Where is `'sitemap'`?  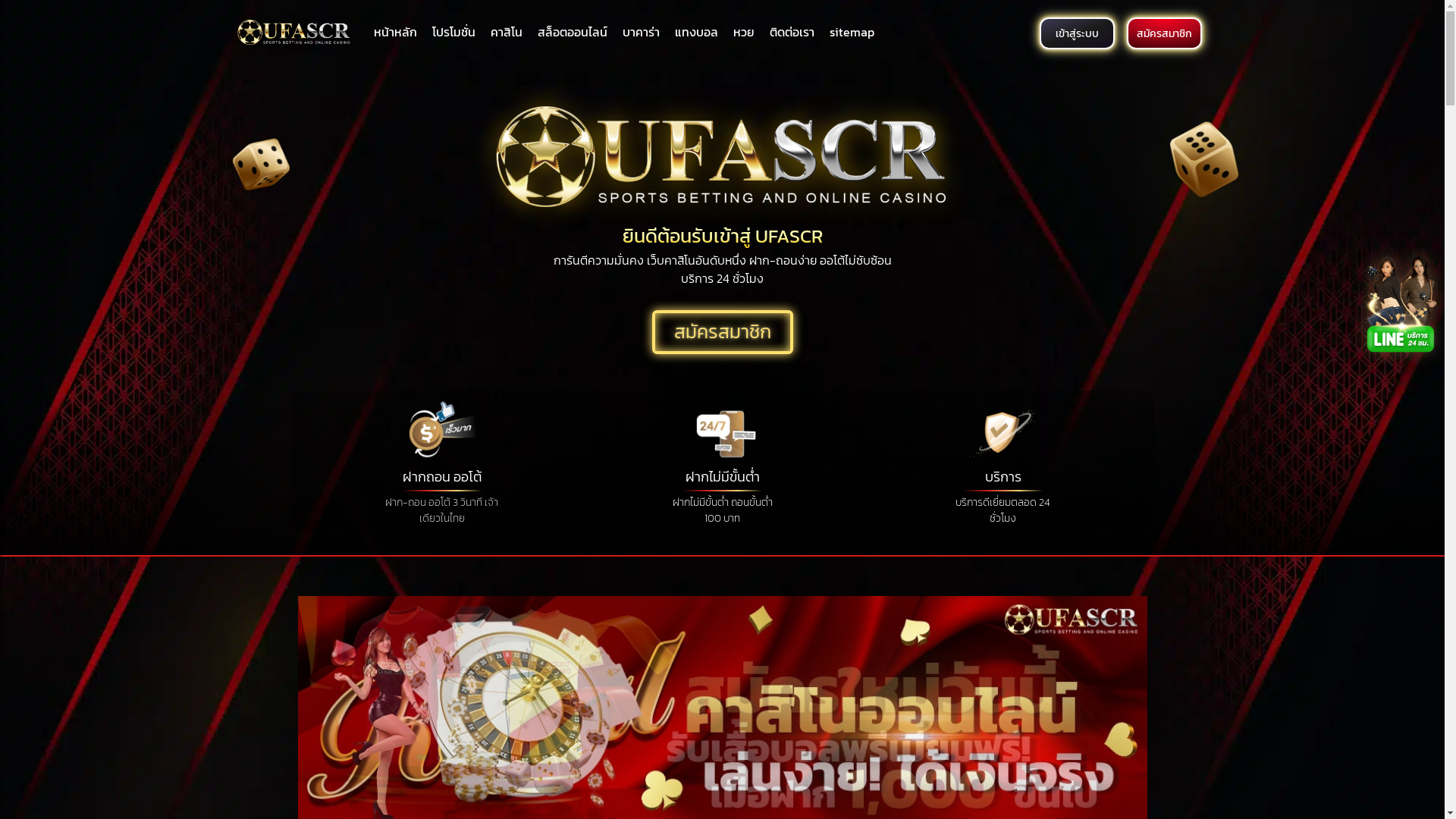
'sitemap' is located at coordinates (852, 32).